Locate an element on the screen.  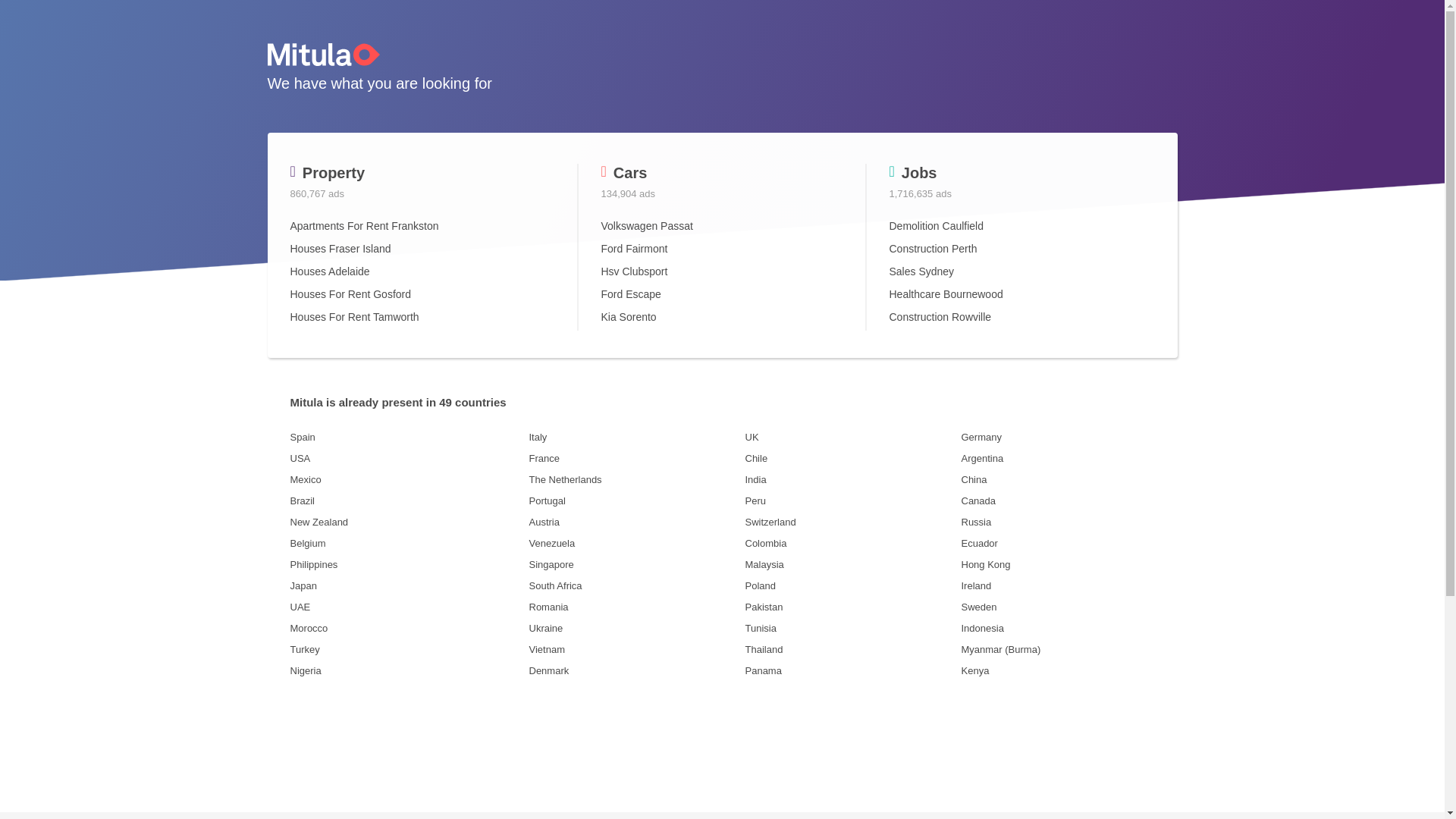
'Jobs' is located at coordinates (912, 172).